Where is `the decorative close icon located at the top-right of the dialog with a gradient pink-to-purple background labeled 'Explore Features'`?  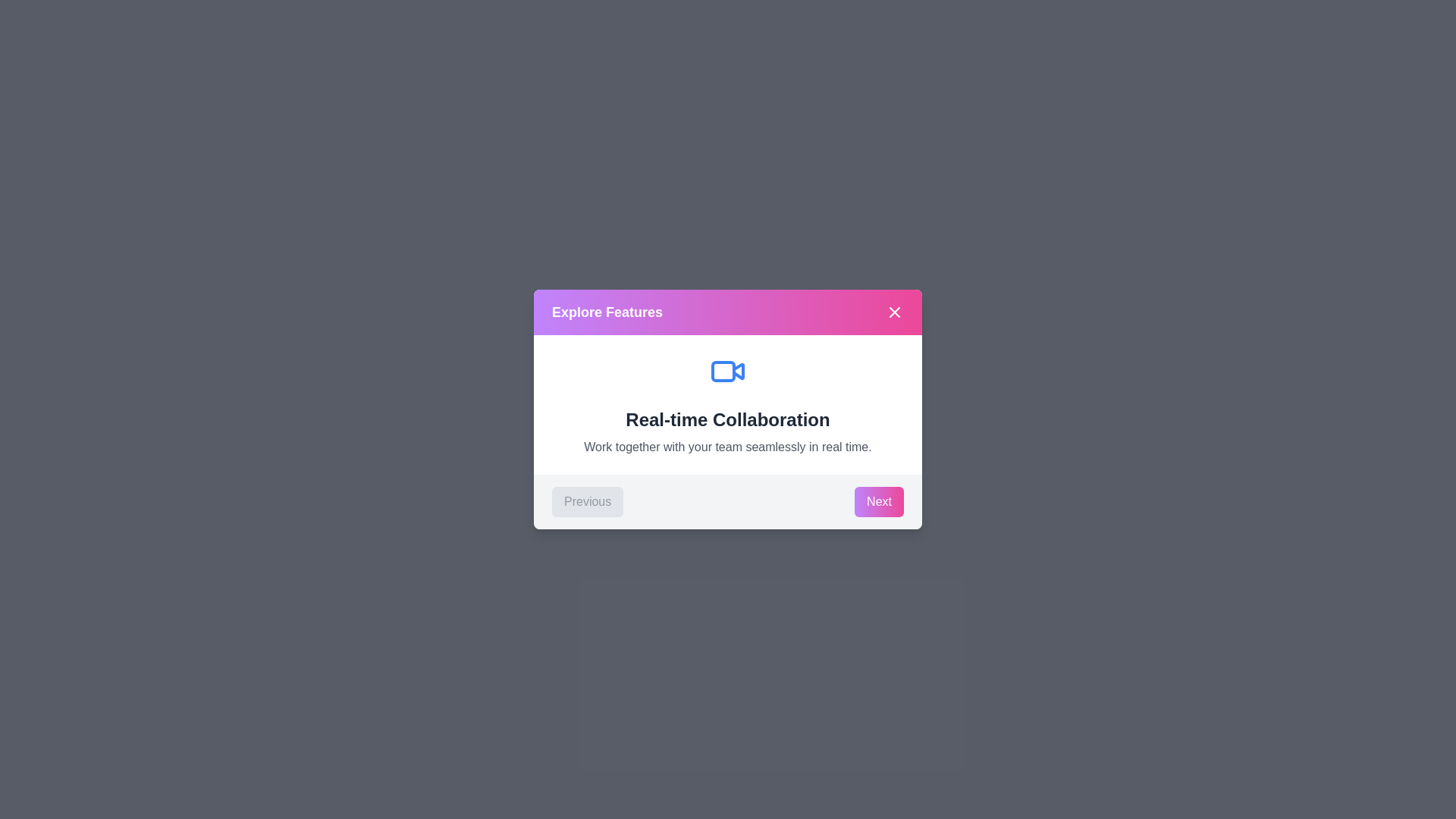 the decorative close icon located at the top-right of the dialog with a gradient pink-to-purple background labeled 'Explore Features' is located at coordinates (895, 312).